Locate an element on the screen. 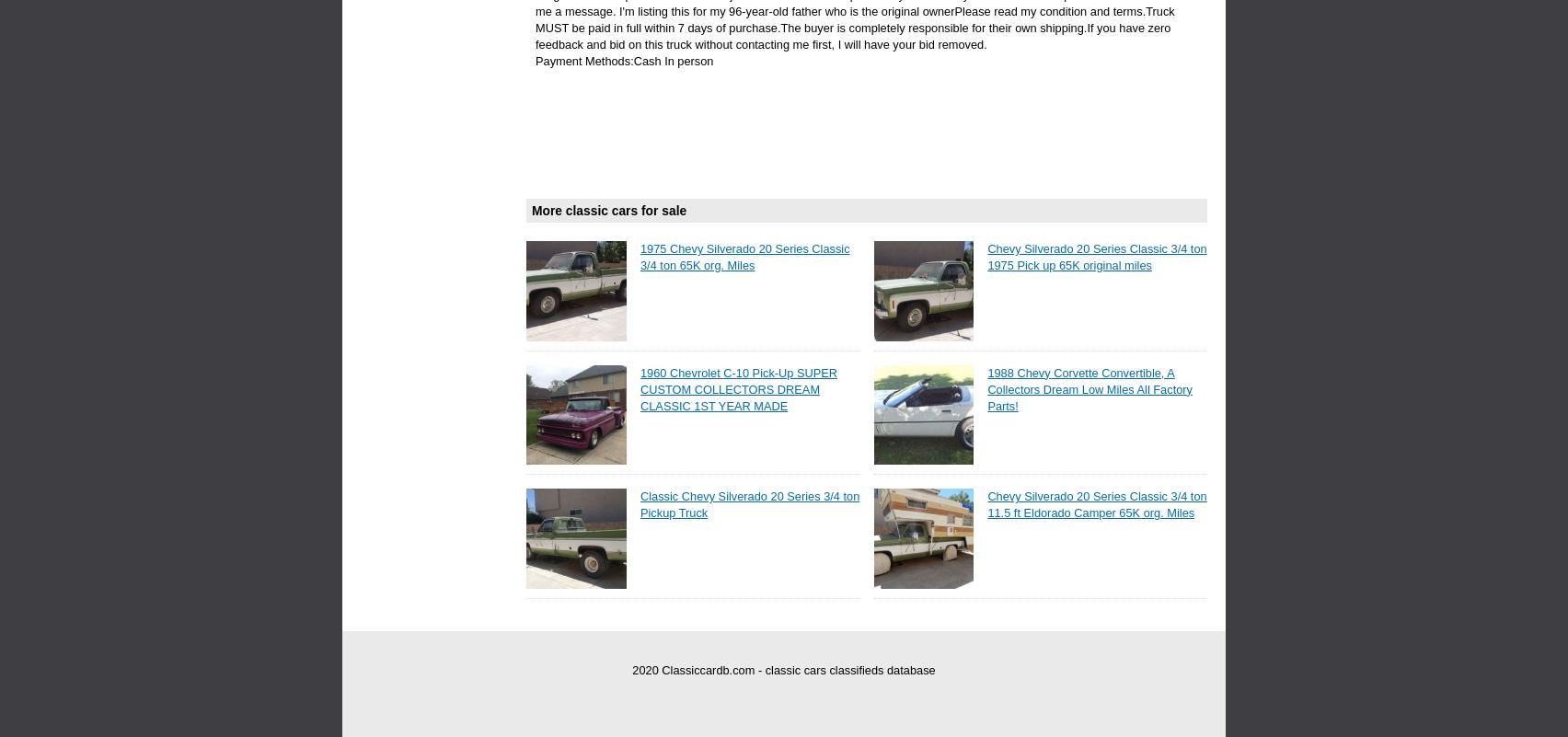 The width and height of the screenshot is (1568, 737). 'Payment Methods:' is located at coordinates (535, 60).